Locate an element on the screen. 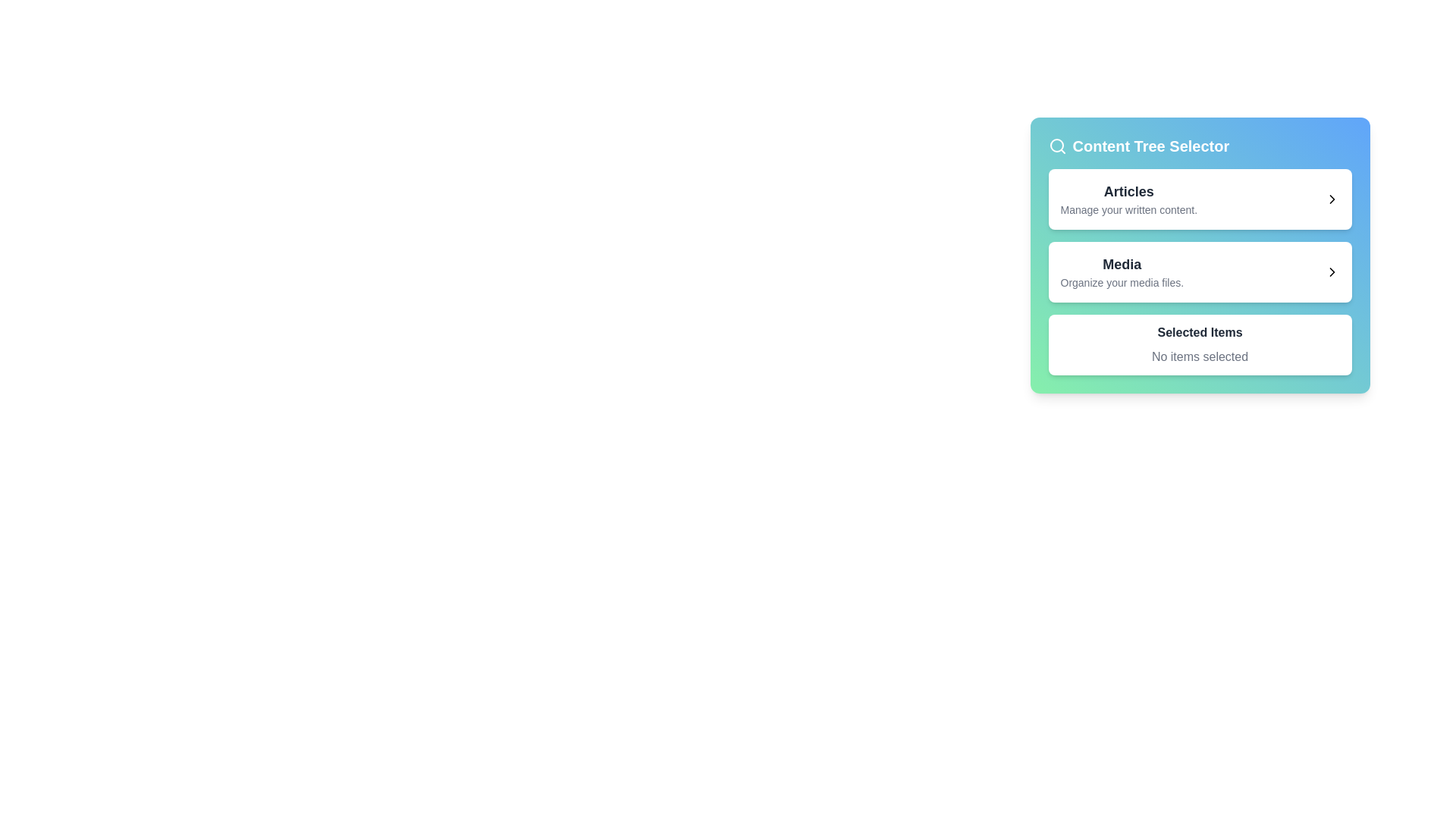 Image resolution: width=1456 pixels, height=819 pixels. the rightward-pointing chevron icon located within the 'Media' navigation item of the 'Content Tree Selector' is located at coordinates (1331, 271).